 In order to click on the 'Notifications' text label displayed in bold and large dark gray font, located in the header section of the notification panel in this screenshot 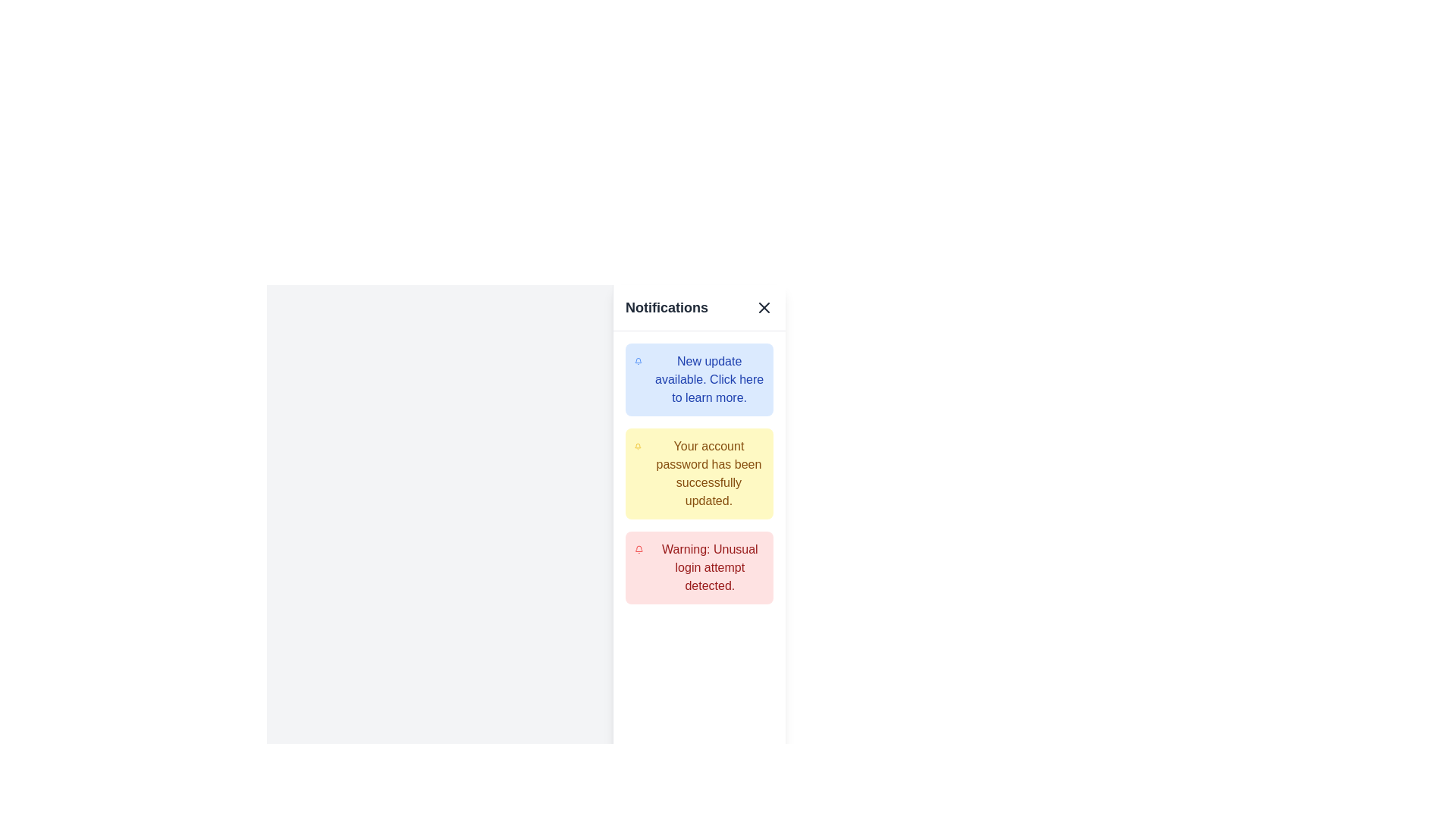, I will do `click(667, 307)`.